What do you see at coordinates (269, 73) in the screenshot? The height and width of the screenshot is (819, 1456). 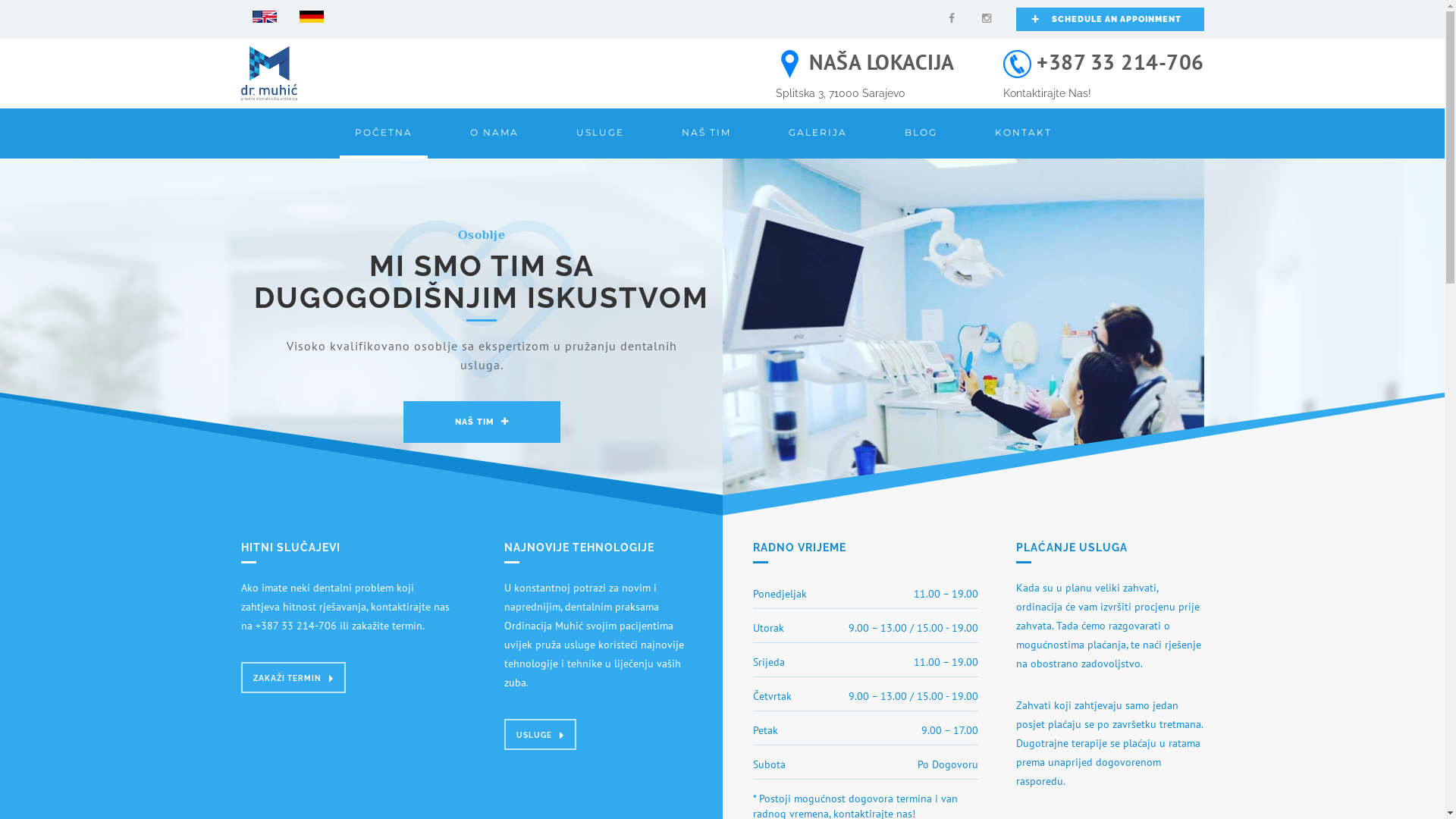 I see `'Logo'` at bounding box center [269, 73].